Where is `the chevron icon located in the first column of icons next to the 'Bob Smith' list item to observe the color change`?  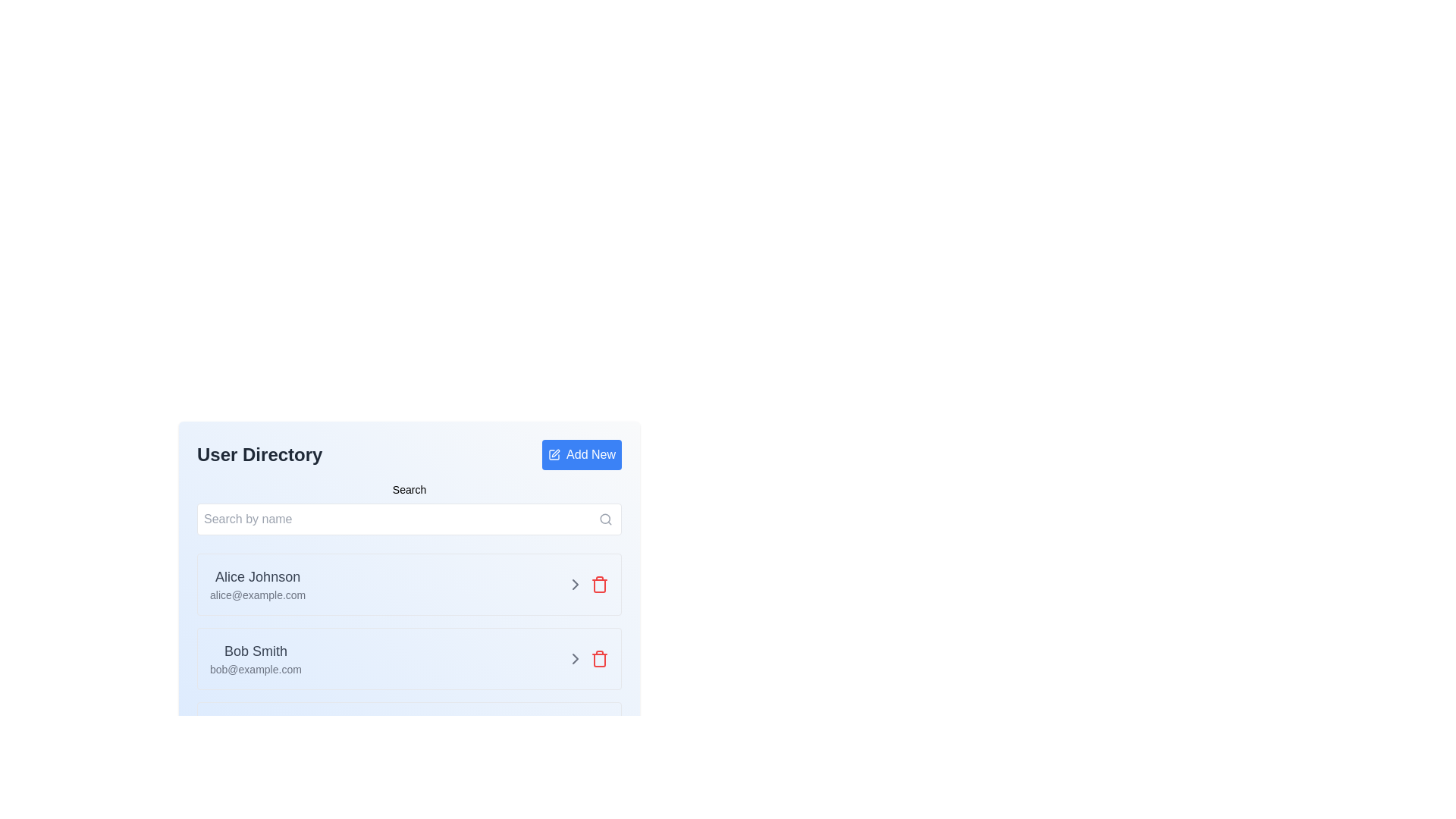
the chevron icon located in the first column of icons next to the 'Bob Smith' list item to observe the color change is located at coordinates (574, 657).